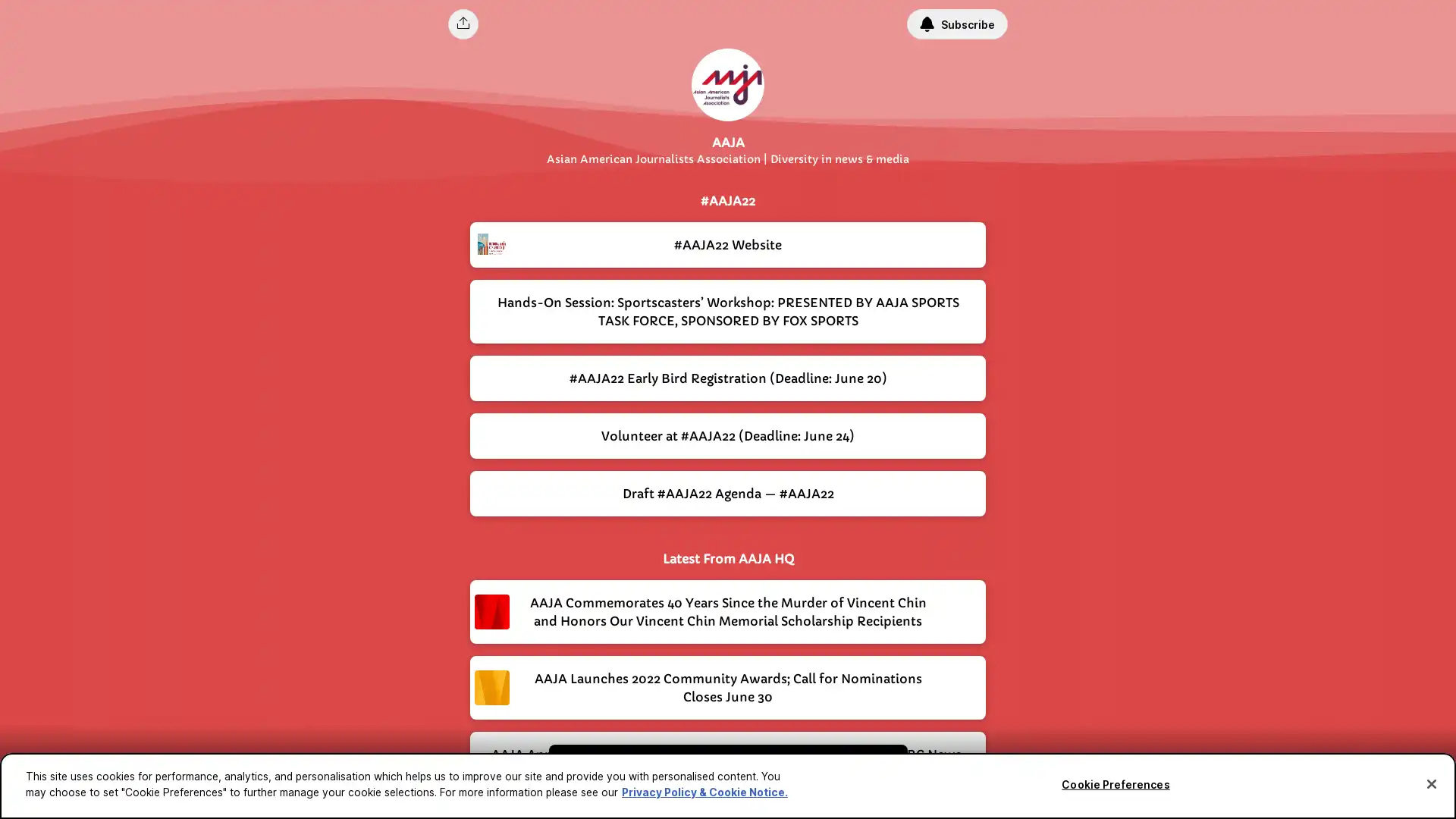 Image resolution: width=1456 pixels, height=819 pixels. What do you see at coordinates (1430, 783) in the screenshot?
I see `Close` at bounding box center [1430, 783].